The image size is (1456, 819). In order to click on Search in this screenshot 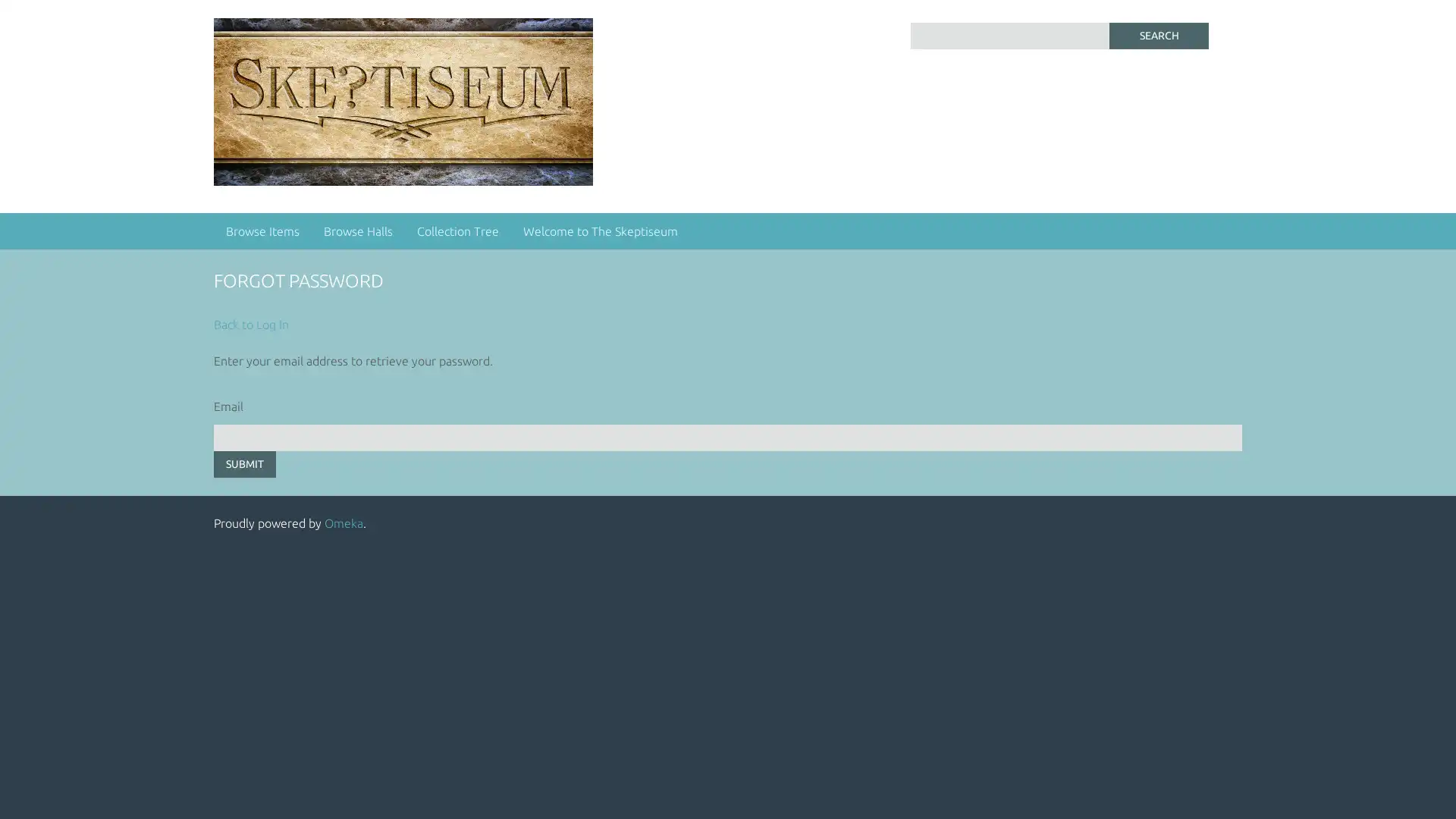, I will do `click(1157, 35)`.